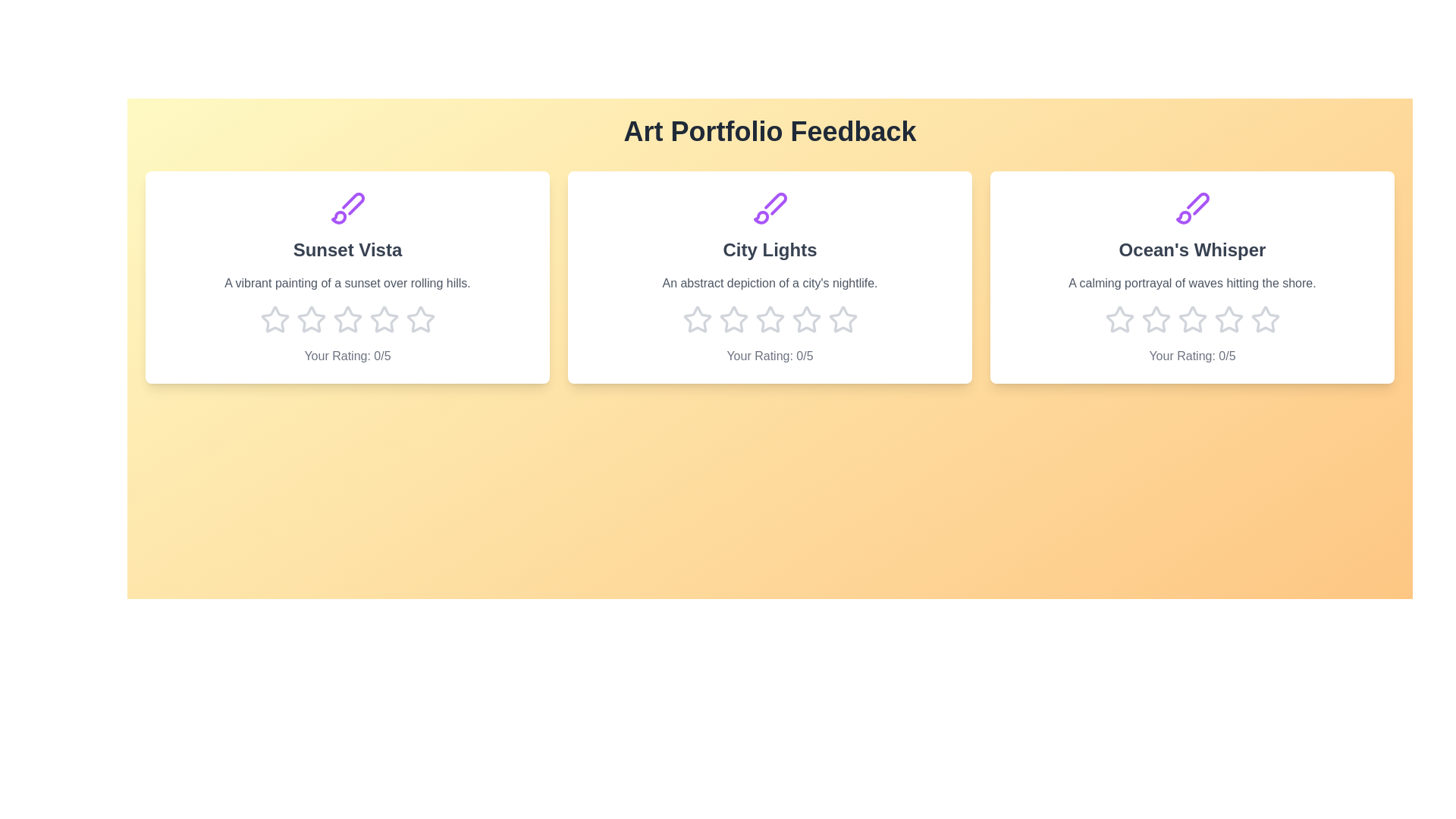 This screenshot has width=1456, height=819. What do you see at coordinates (733, 318) in the screenshot?
I see `the star corresponding to 2 stars for the artwork titled 'City Lights'` at bounding box center [733, 318].